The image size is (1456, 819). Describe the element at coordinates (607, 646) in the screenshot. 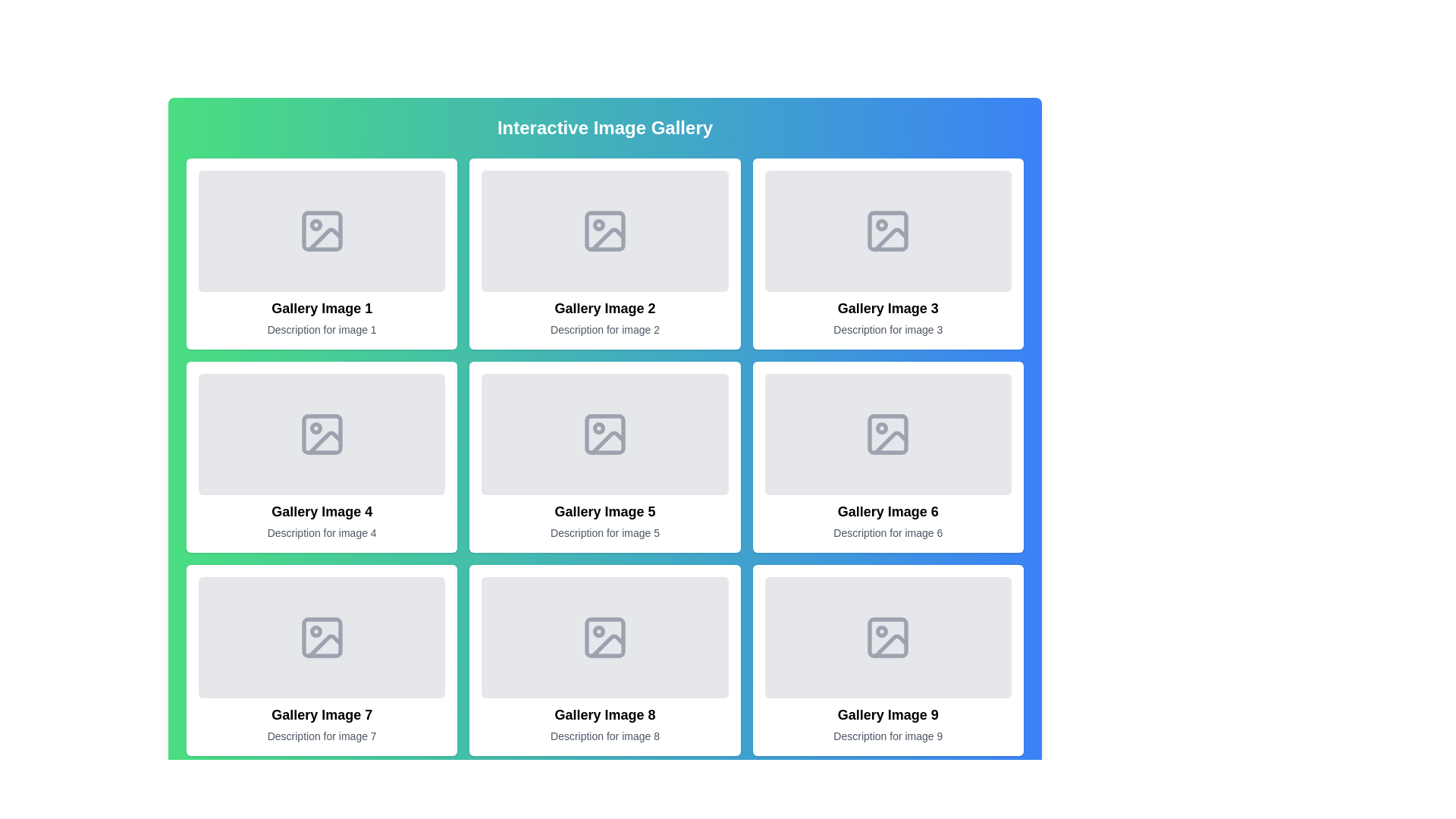

I see `the decorative icon component that resembles a diagonal line segment, part of the gallery placeholder icon in the lower-middle position of the grid layout` at that location.